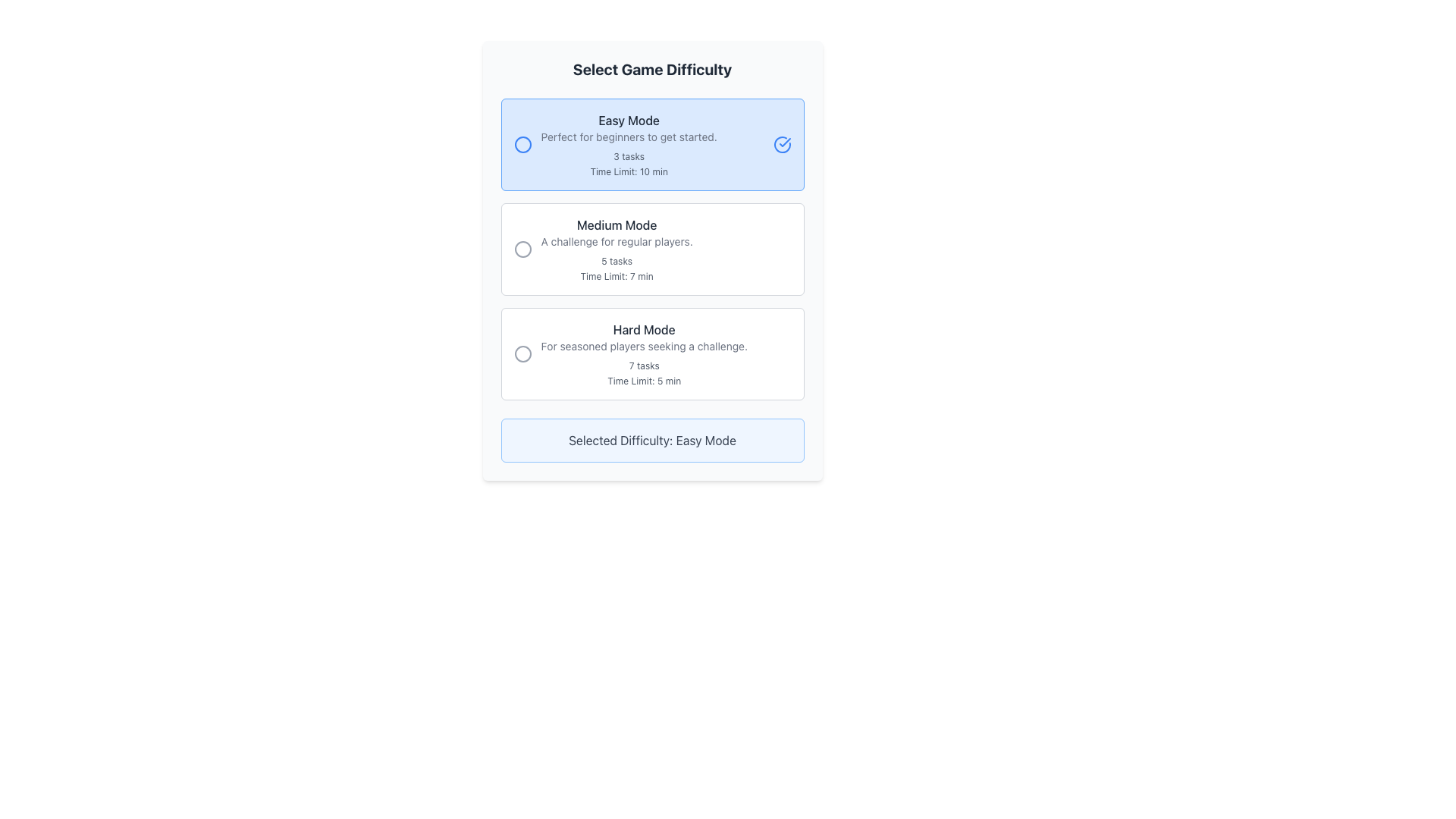  Describe the element at coordinates (644, 346) in the screenshot. I see `the text element that describes the 'Hard Mode' option, positioned below 'Hard Mode' and above the texts '7 tasks' and 'Time Limit: 5 min'` at that location.